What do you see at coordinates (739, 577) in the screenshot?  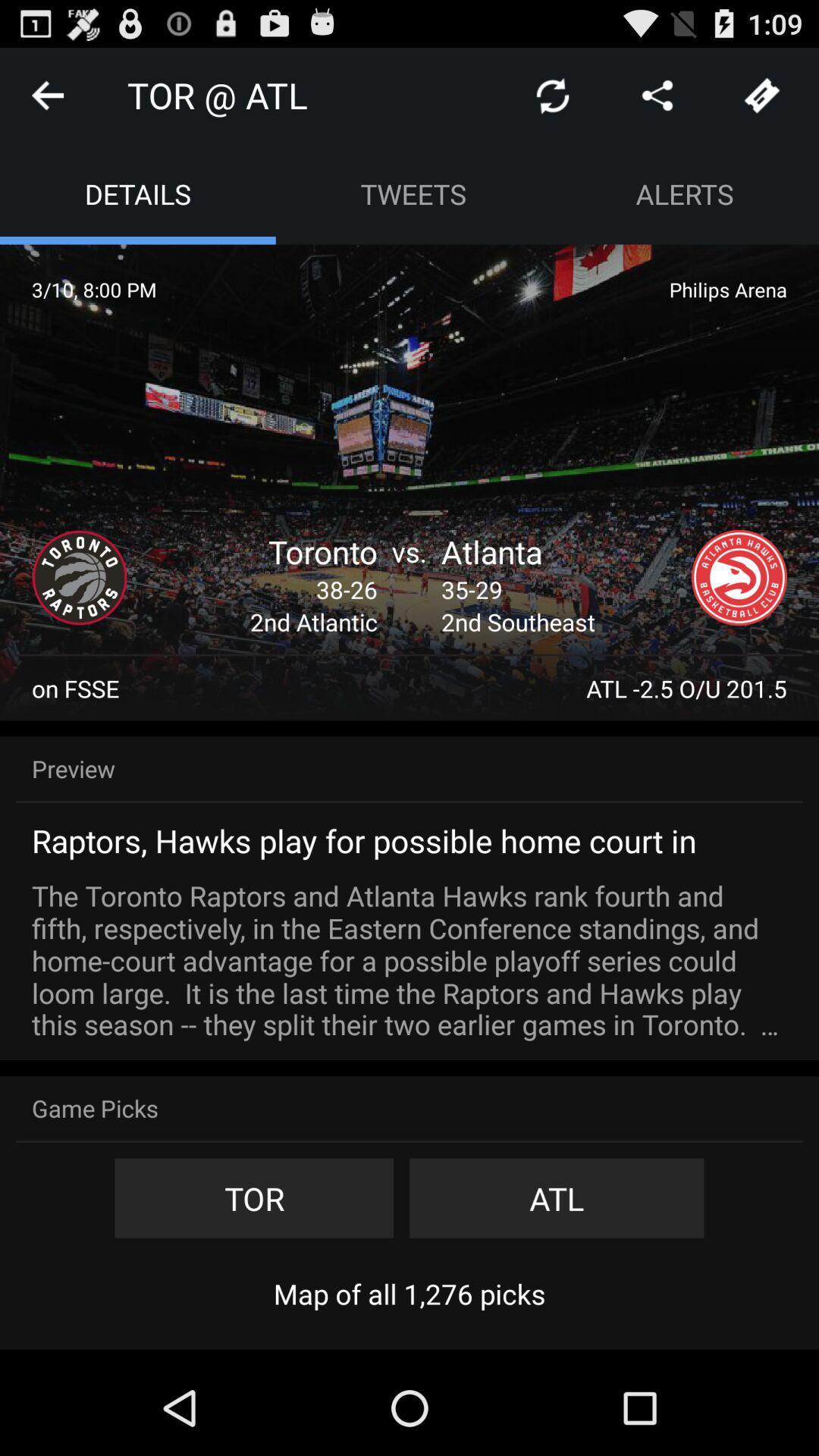 I see `tap to view team info` at bounding box center [739, 577].